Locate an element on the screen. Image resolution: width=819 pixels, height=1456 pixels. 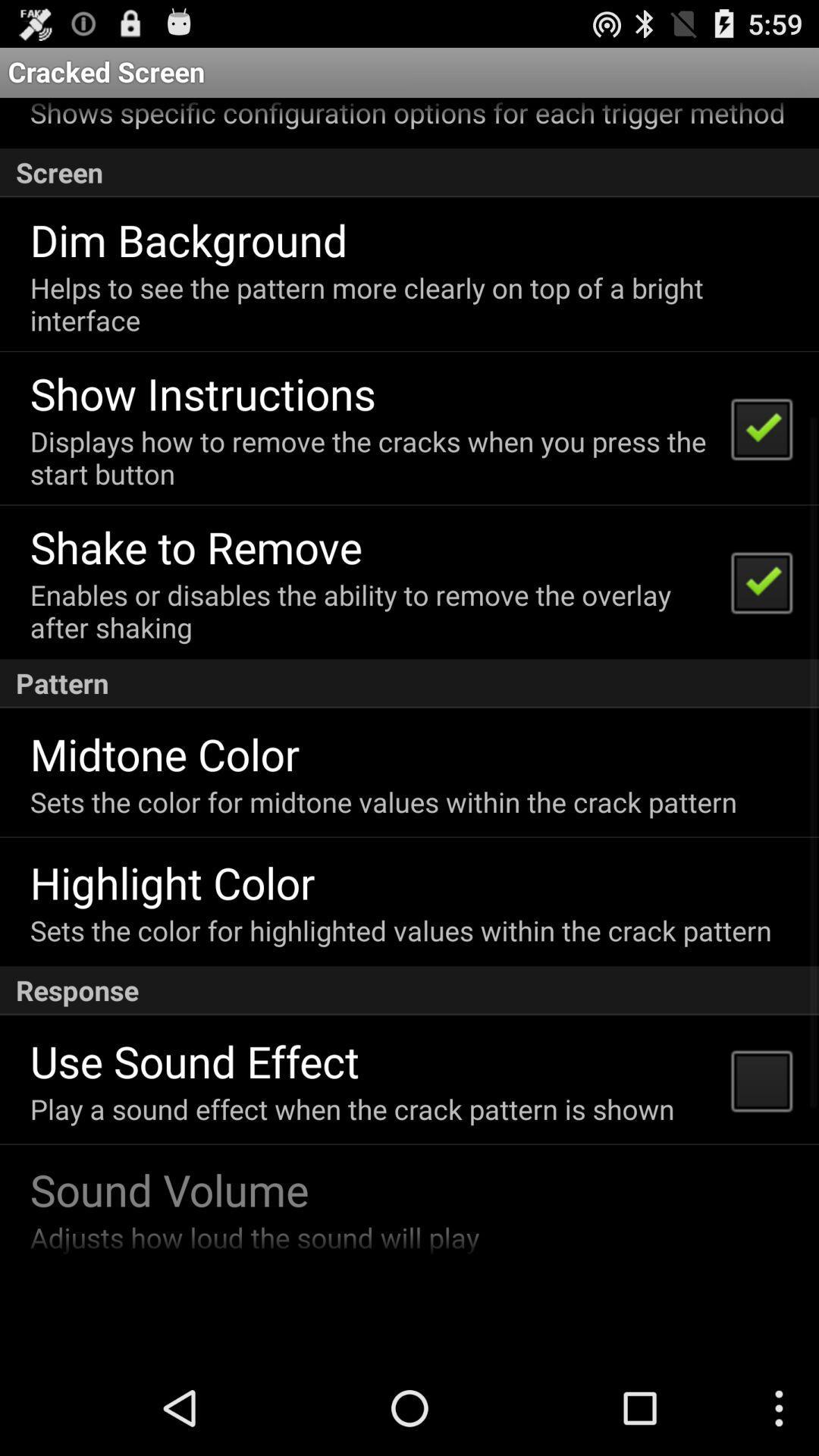
the helps to see app is located at coordinates (407, 303).